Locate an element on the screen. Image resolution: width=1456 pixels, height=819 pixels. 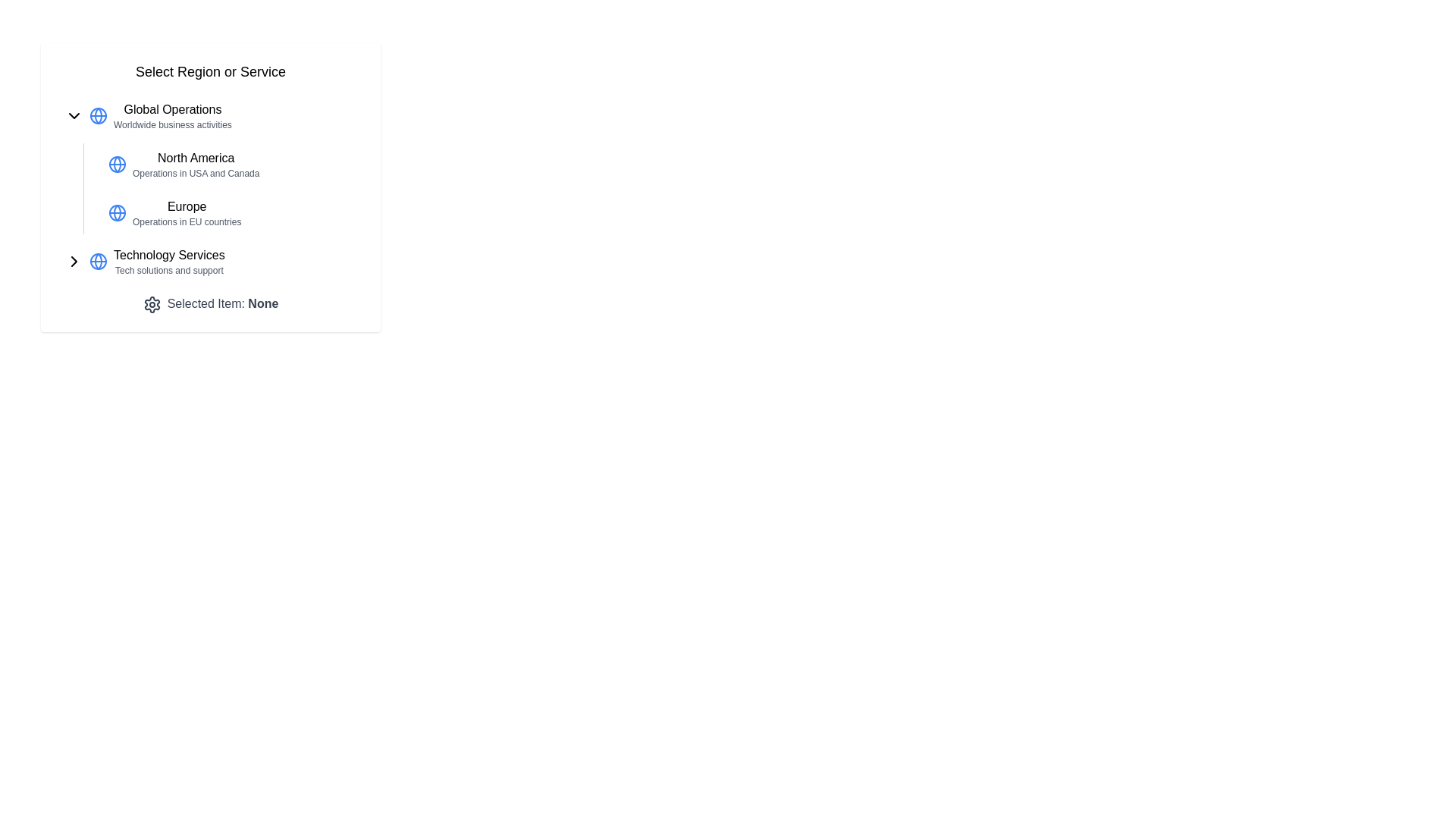
static text label located at the top of the panel, which serves as a header for the options listed below is located at coordinates (210, 72).